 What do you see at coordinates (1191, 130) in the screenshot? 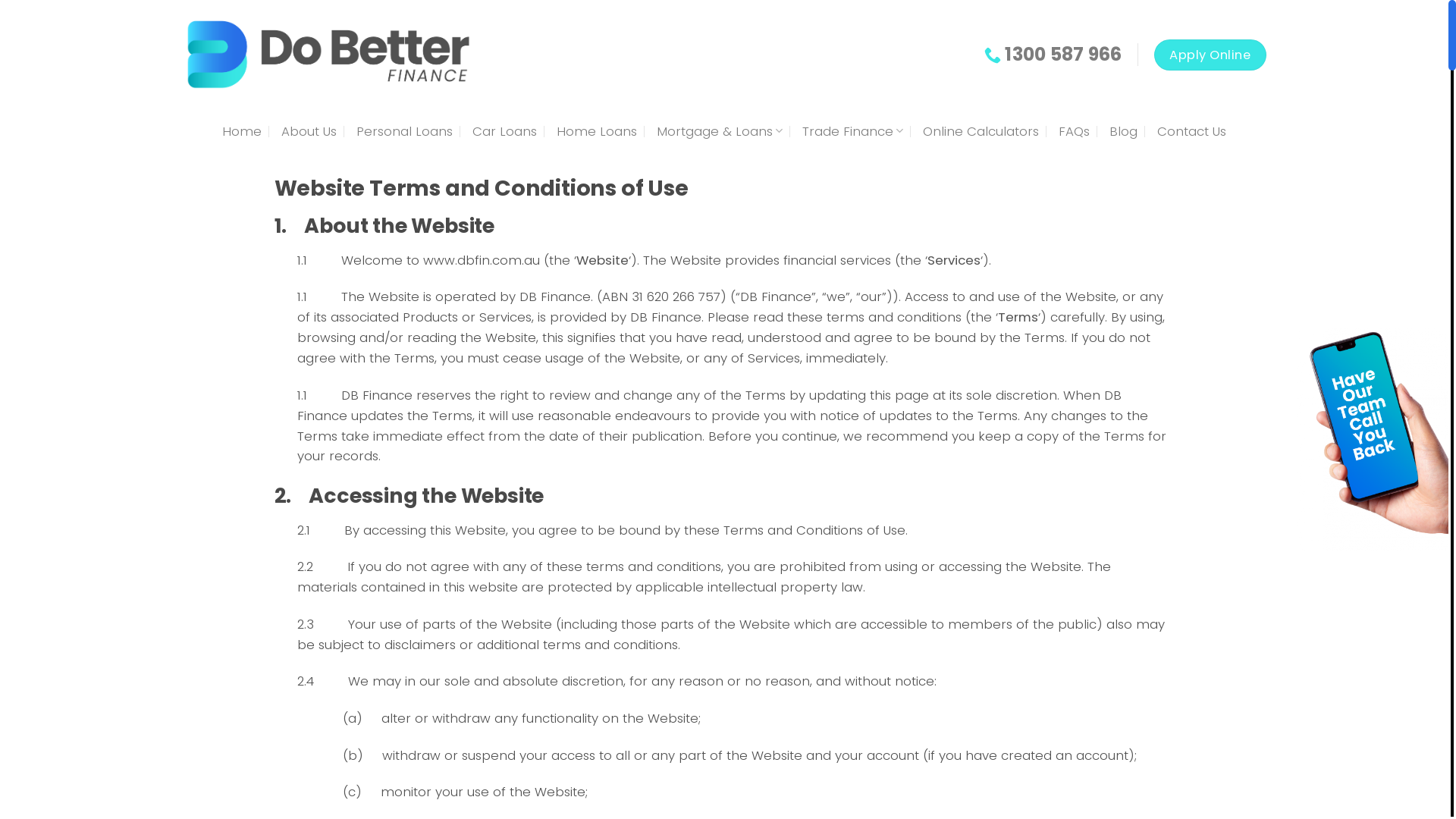
I see `'Contact Us'` at bounding box center [1191, 130].